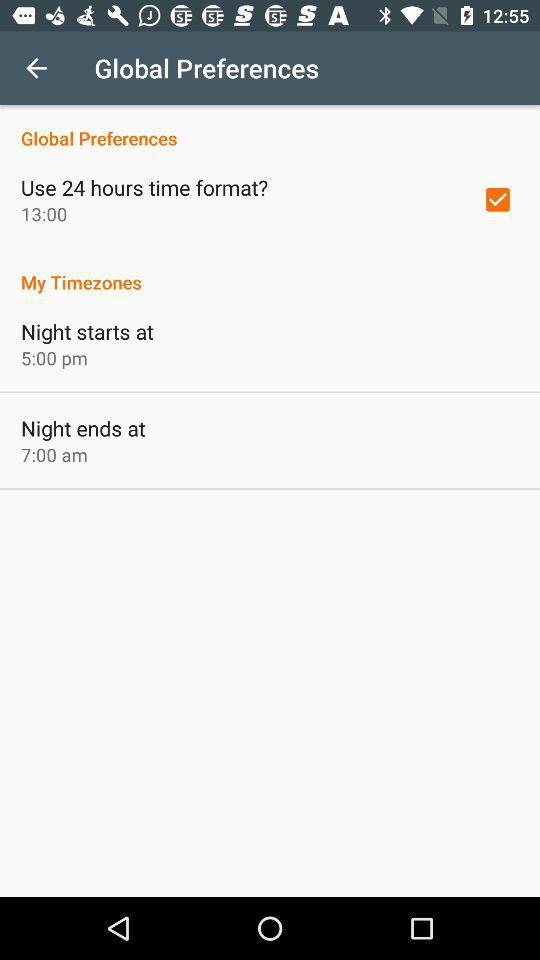 The image size is (540, 960). I want to click on the my timezones item, so click(270, 270).